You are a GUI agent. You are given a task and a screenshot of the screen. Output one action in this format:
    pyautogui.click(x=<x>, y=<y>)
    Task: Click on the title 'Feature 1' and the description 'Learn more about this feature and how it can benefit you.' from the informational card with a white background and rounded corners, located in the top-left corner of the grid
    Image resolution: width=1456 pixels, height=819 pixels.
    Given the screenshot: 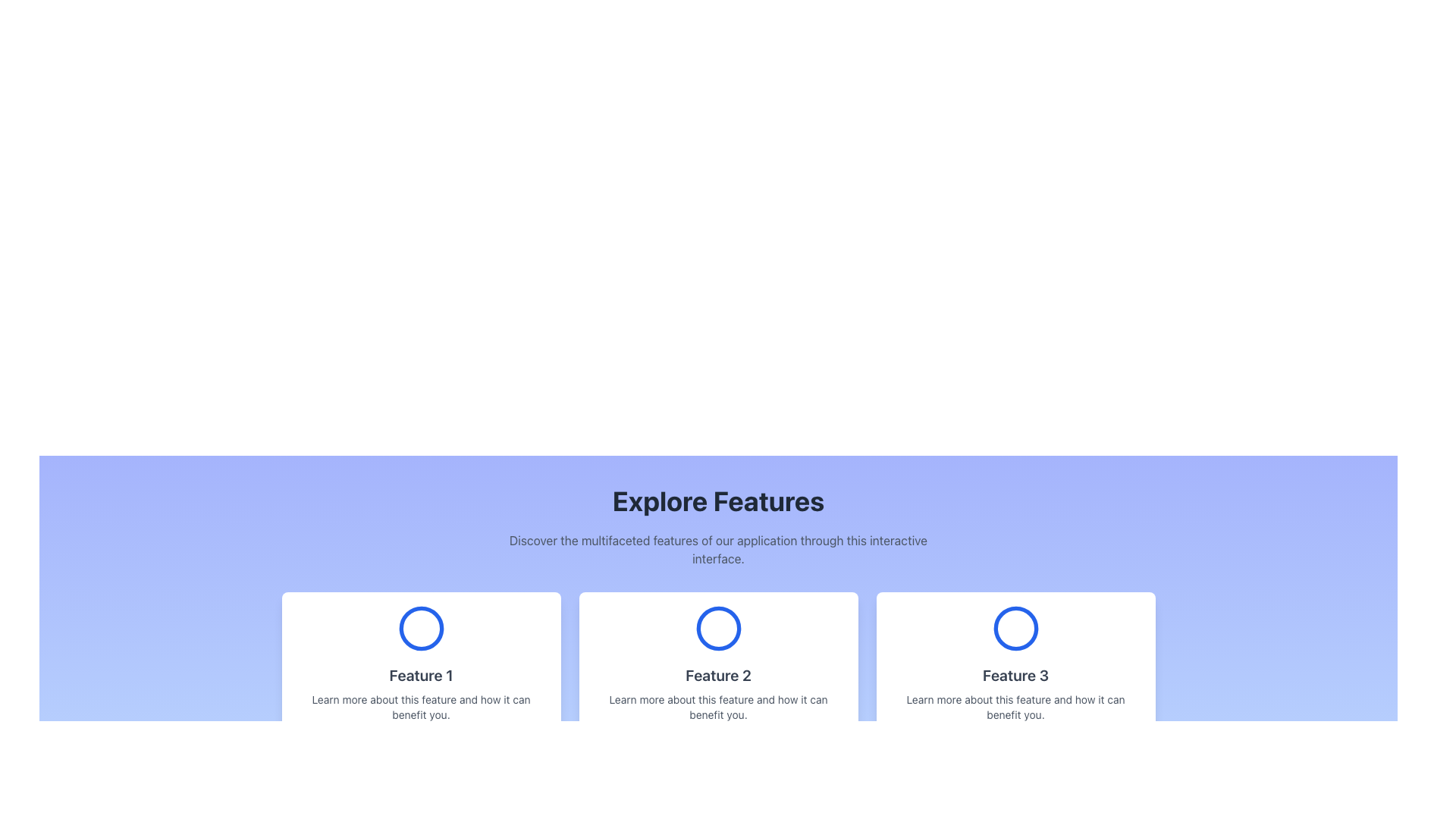 What is the action you would take?
    pyautogui.click(x=421, y=677)
    